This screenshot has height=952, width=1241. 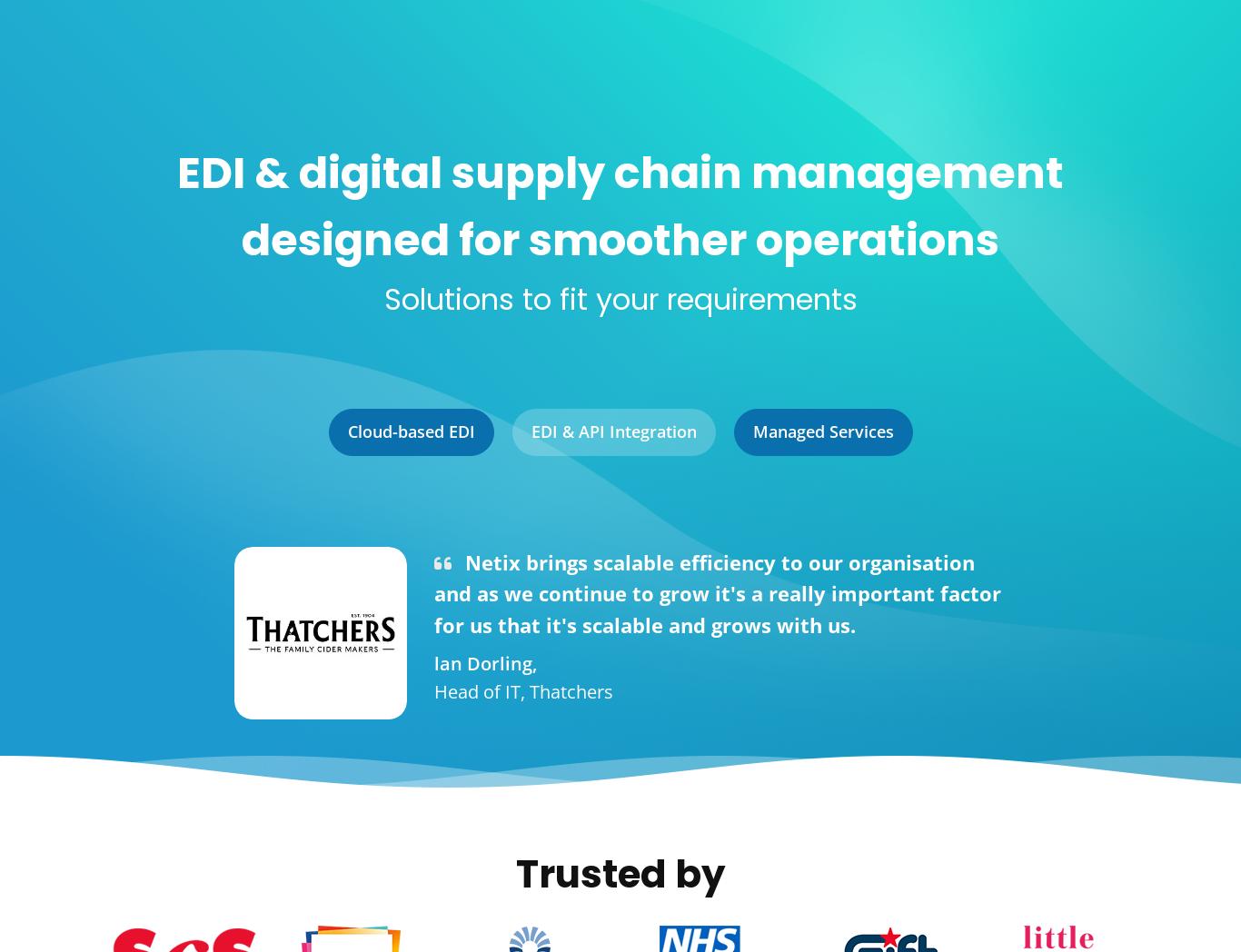 I want to click on 'Have you recently won a contract with Superdrug and are looking for guidance on how to connect via EDI? Read our latest article, where we explain Superdrug's EDI onboarding process and what you need to do to connect via Tradacoms.', so click(x=812, y=790).